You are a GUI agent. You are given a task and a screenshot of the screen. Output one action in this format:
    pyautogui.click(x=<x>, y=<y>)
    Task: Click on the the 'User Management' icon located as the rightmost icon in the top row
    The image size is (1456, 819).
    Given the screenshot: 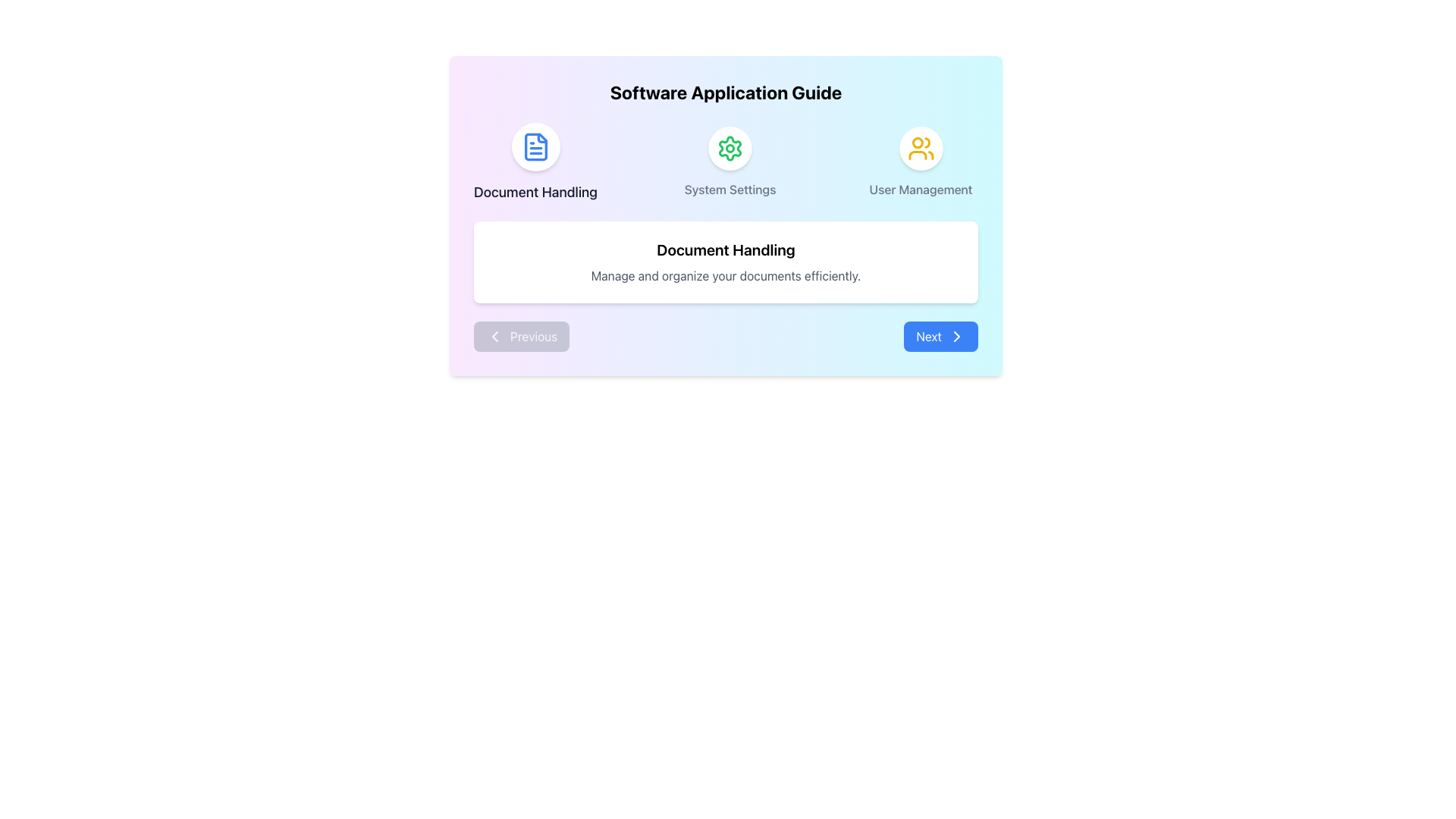 What is the action you would take?
    pyautogui.click(x=920, y=149)
    